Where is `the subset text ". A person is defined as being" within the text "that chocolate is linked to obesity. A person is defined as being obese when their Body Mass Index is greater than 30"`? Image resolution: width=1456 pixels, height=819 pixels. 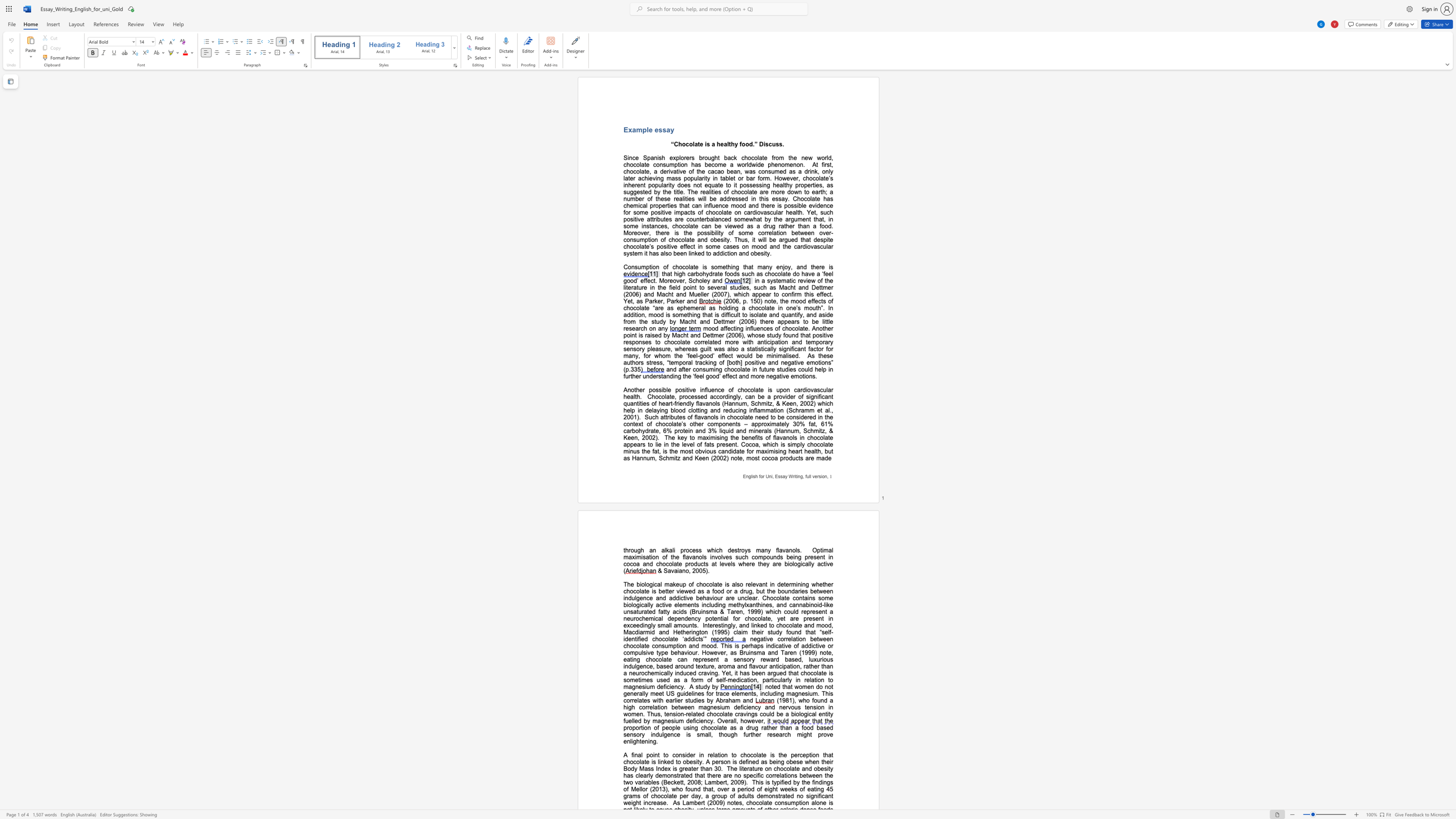 the subset text ". A person is defined as being" within the text "that chocolate is linked to obesity. A person is defined as being obese when their Body Mass Index is greater than 30" is located at coordinates (701, 761).